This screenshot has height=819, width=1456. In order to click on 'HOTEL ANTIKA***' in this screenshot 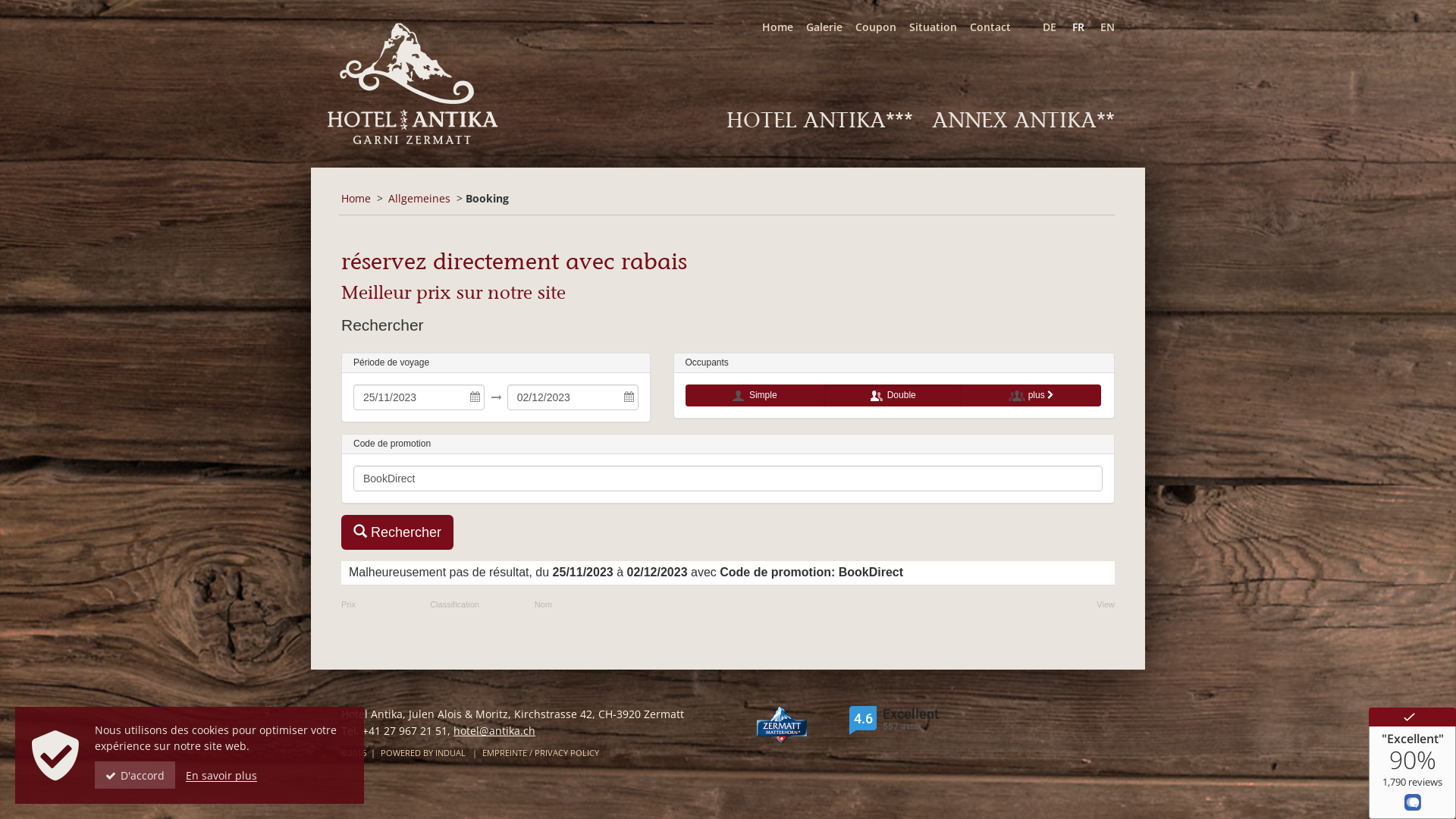, I will do `click(818, 119)`.